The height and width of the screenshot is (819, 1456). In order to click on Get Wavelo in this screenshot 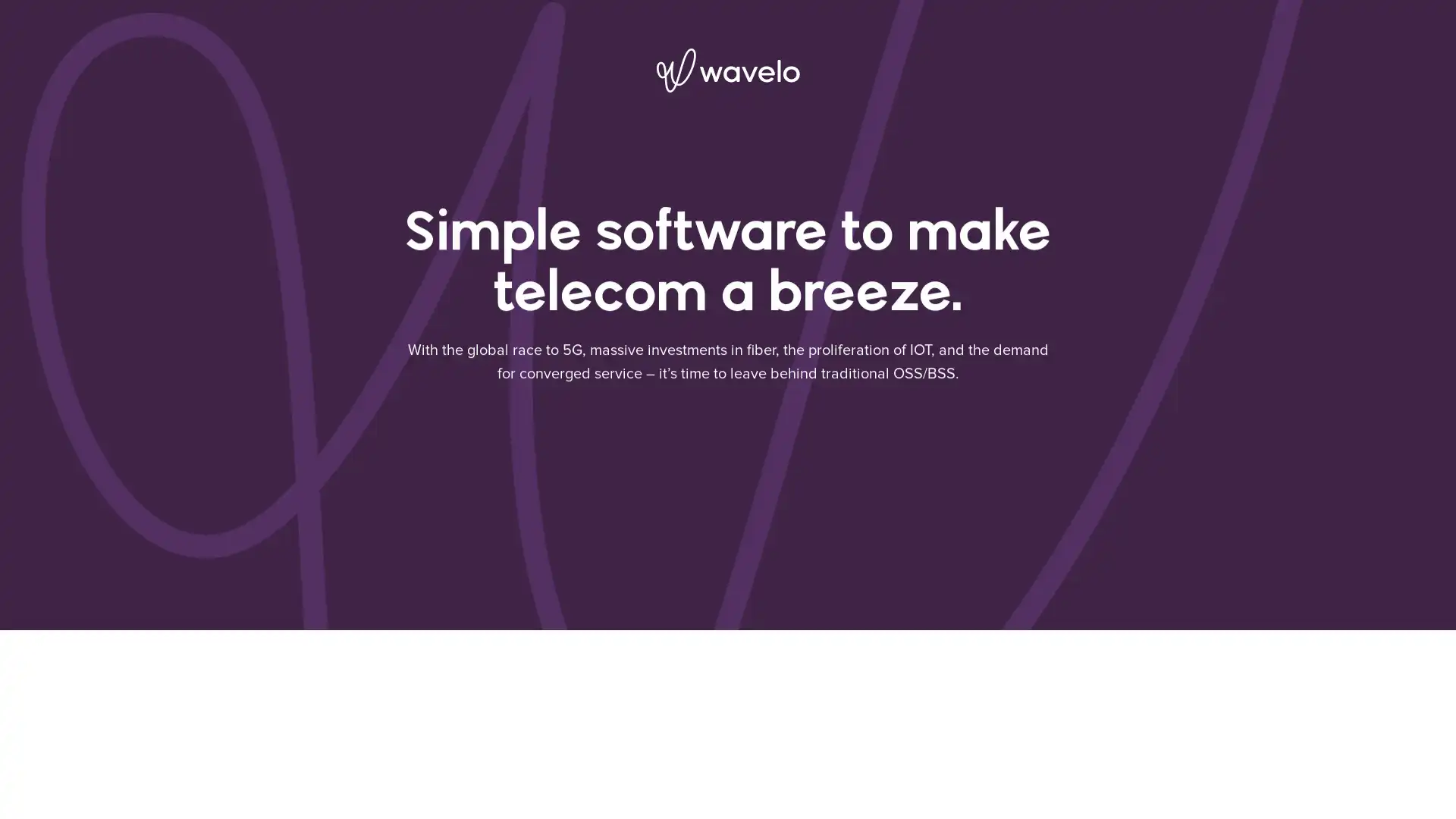, I will do `click(930, 710)`.